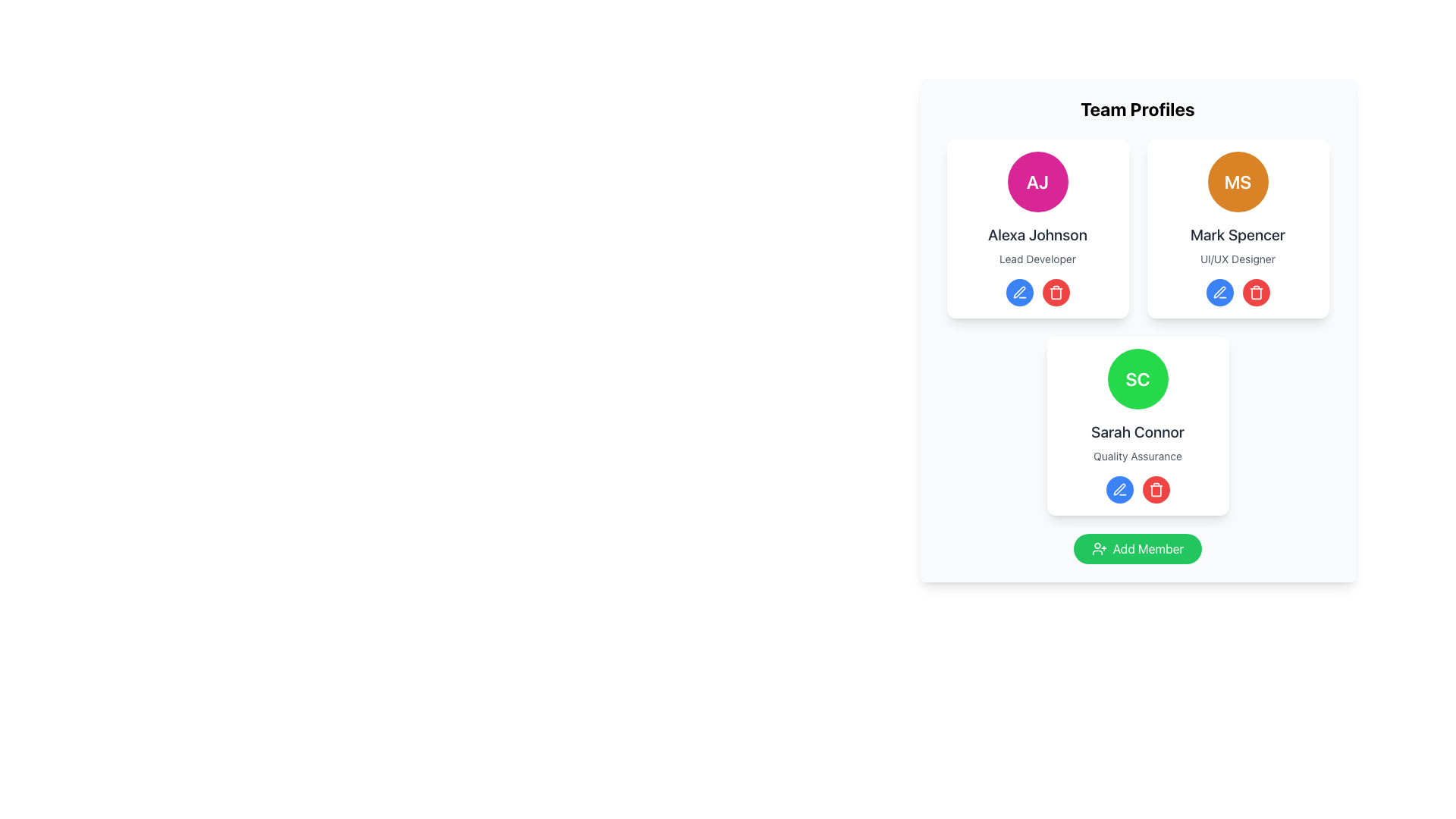  Describe the element at coordinates (1037, 180) in the screenshot. I see `the initials 'AJ' on the Avatar Badge representing user Alexa Johnson, located in the top-left profile card of the 'Team Profiles' section, above the name 'Alexa Johnson'` at that location.